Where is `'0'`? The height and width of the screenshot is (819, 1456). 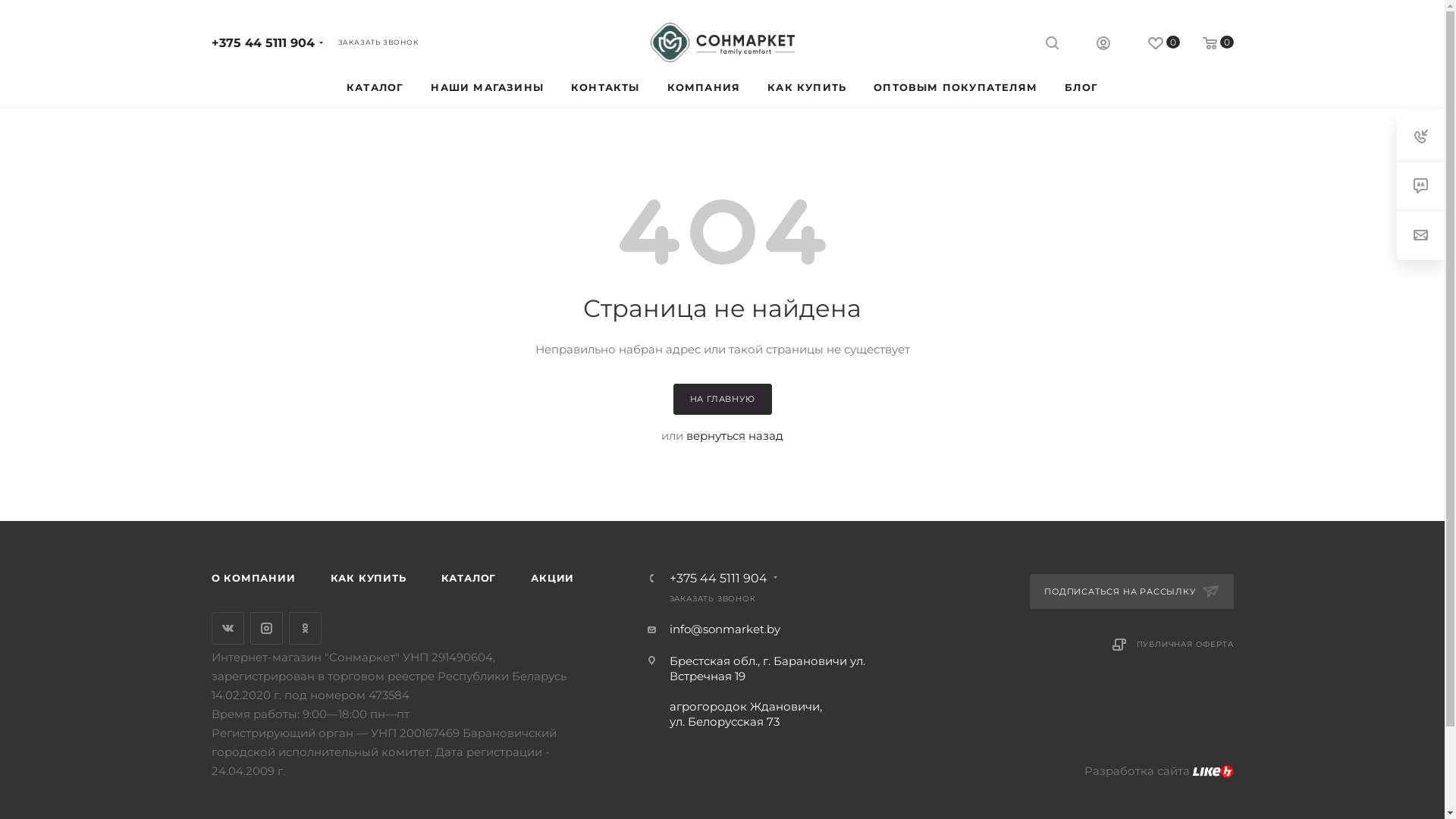
'0' is located at coordinates (1178, 43).